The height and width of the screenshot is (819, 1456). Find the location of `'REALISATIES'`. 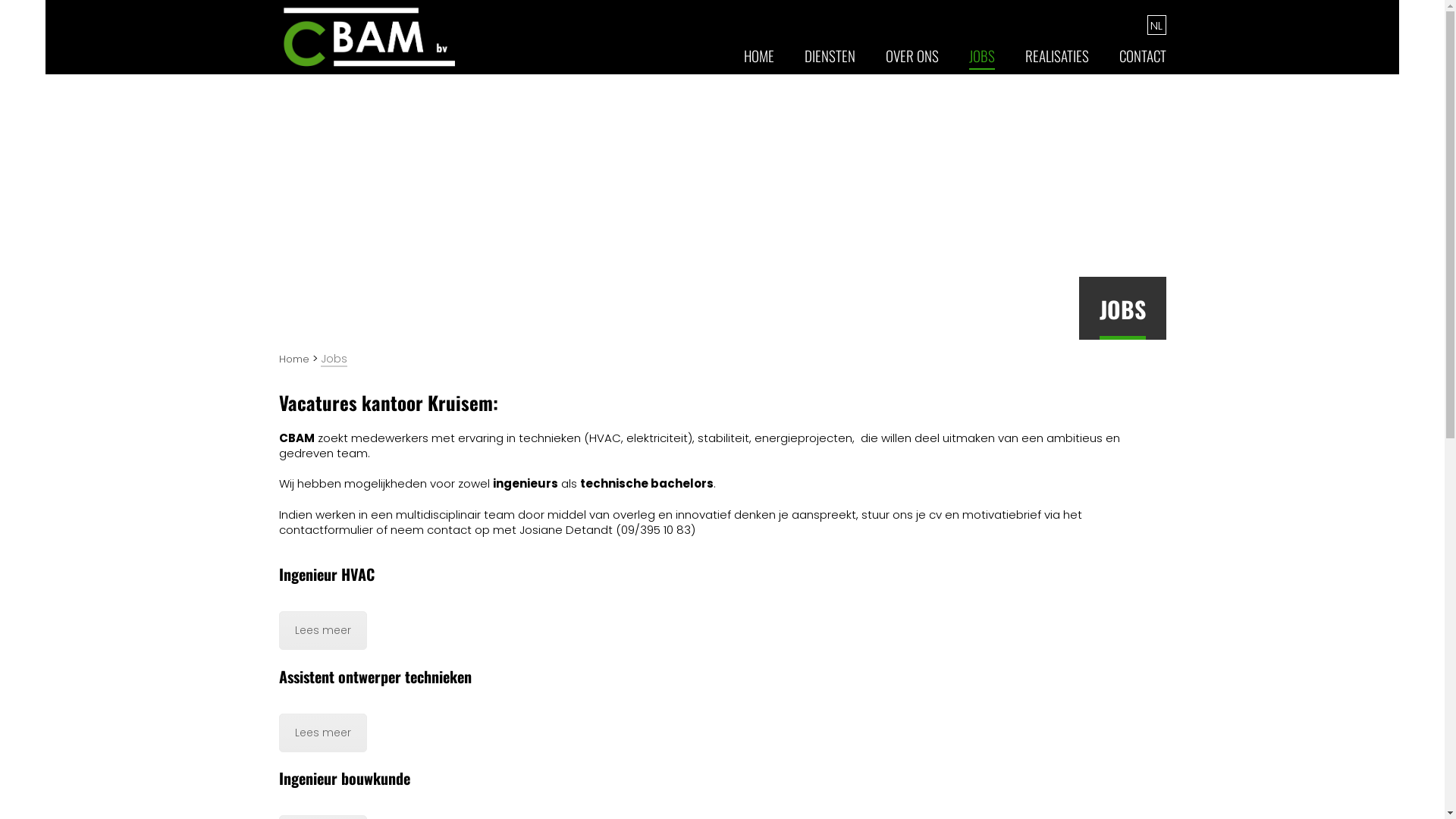

'REALISATIES' is located at coordinates (1056, 61).